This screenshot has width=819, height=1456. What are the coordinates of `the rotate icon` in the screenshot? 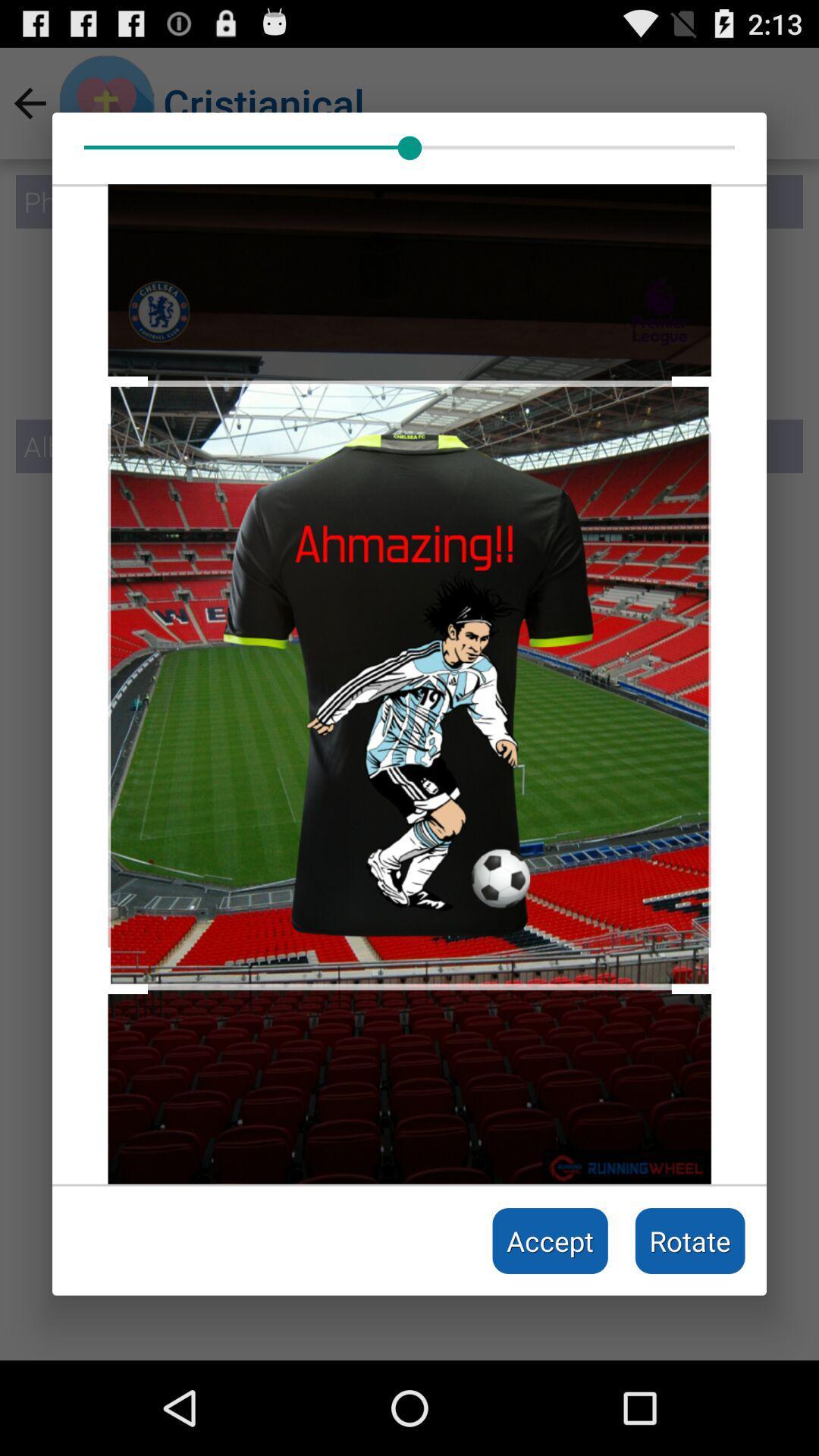 It's located at (690, 1241).